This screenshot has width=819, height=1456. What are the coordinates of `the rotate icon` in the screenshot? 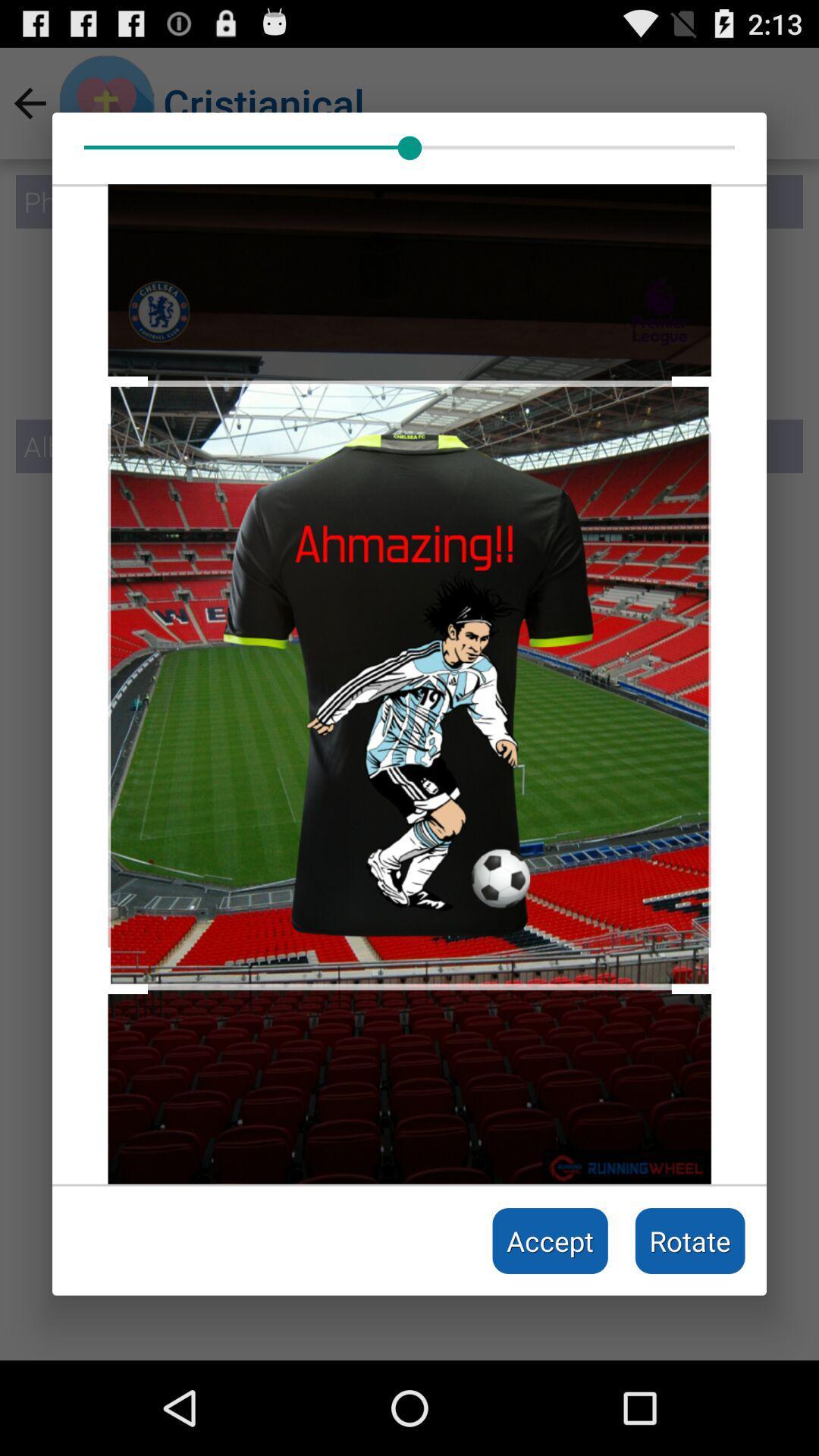 It's located at (690, 1241).